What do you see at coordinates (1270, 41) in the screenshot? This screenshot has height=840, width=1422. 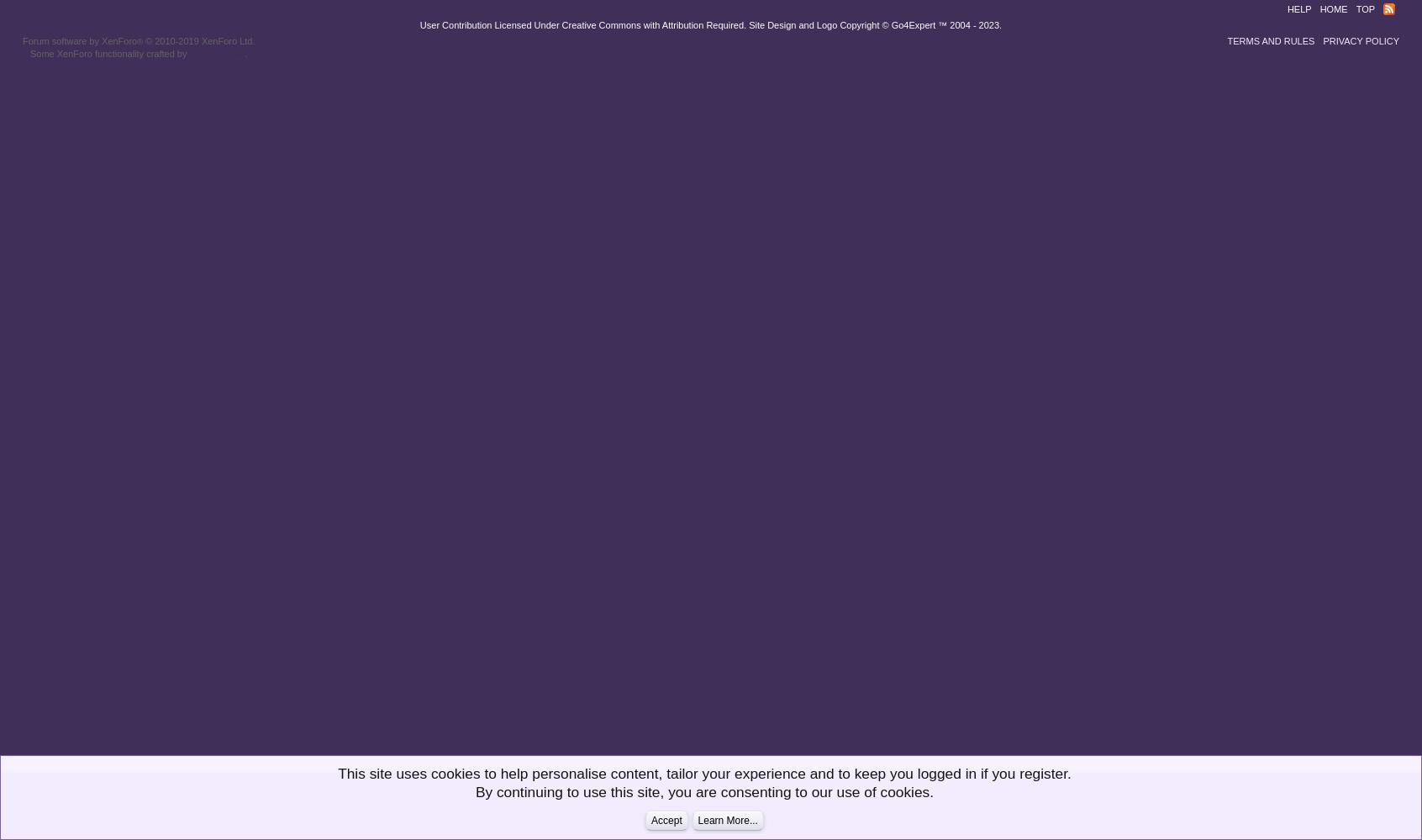 I see `'Terms and Rules'` at bounding box center [1270, 41].